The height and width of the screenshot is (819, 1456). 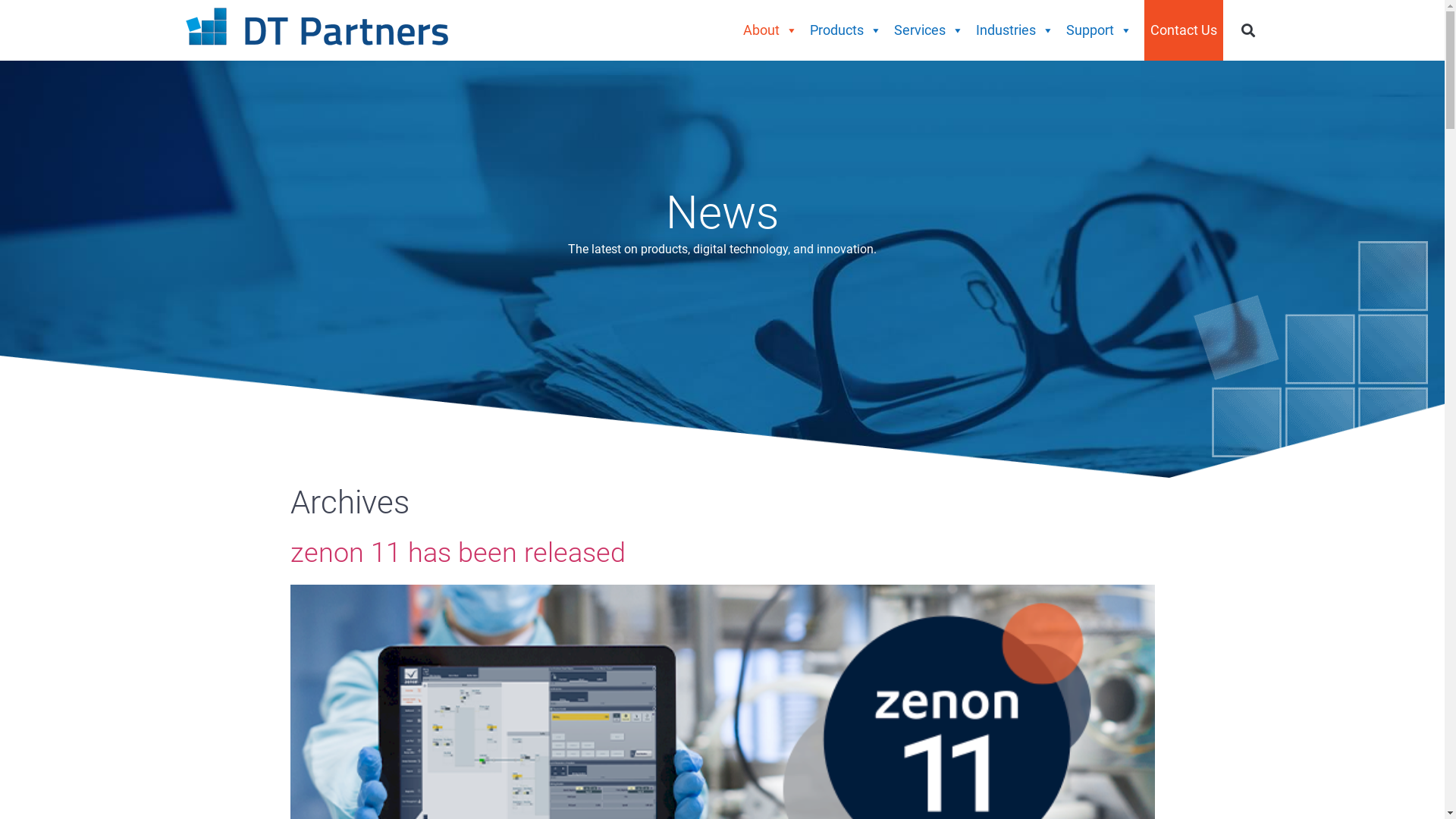 I want to click on 'Industries', so click(x=975, y=30).